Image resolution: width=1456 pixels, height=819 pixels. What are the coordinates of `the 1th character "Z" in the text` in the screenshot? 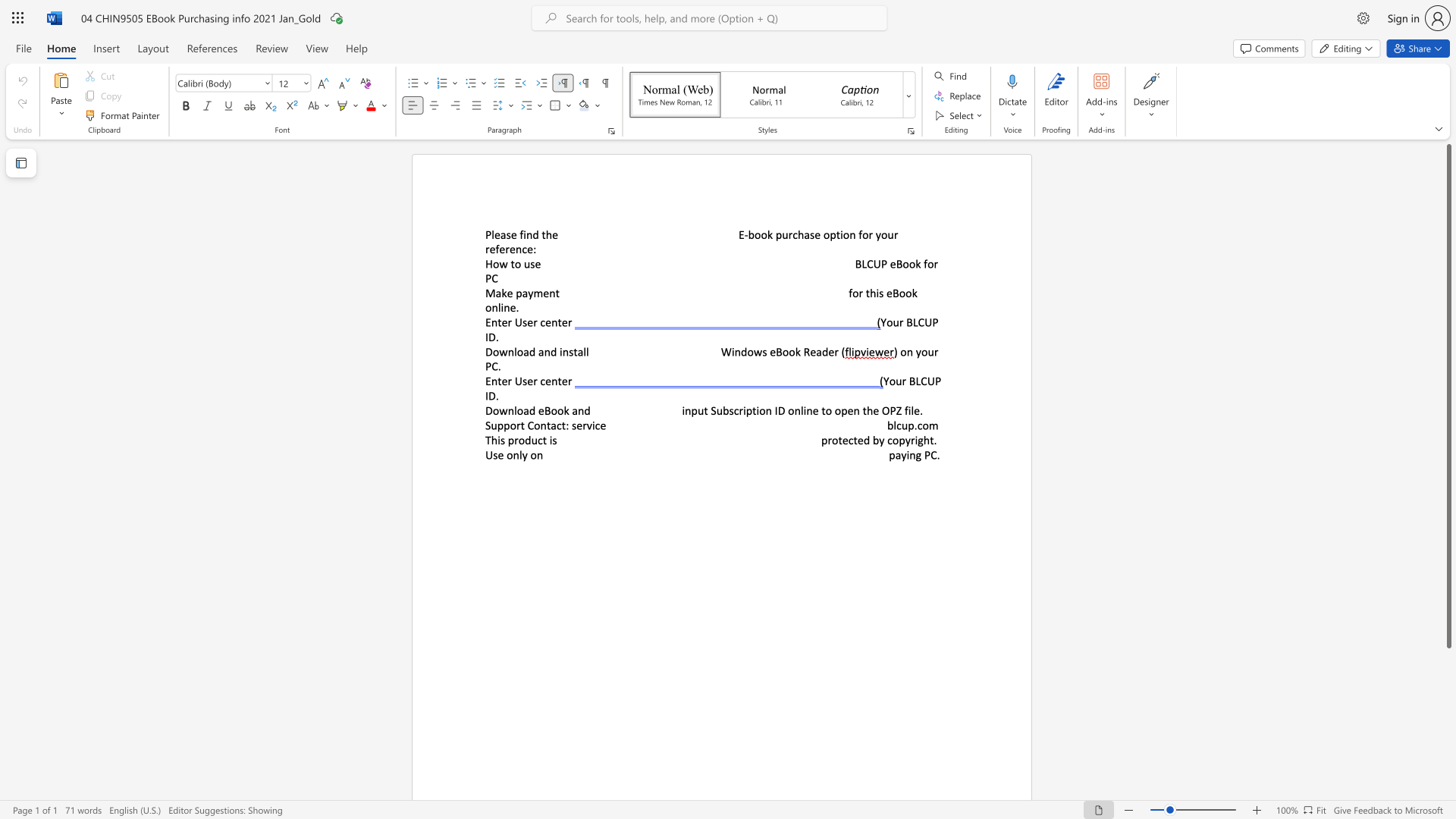 It's located at (899, 410).